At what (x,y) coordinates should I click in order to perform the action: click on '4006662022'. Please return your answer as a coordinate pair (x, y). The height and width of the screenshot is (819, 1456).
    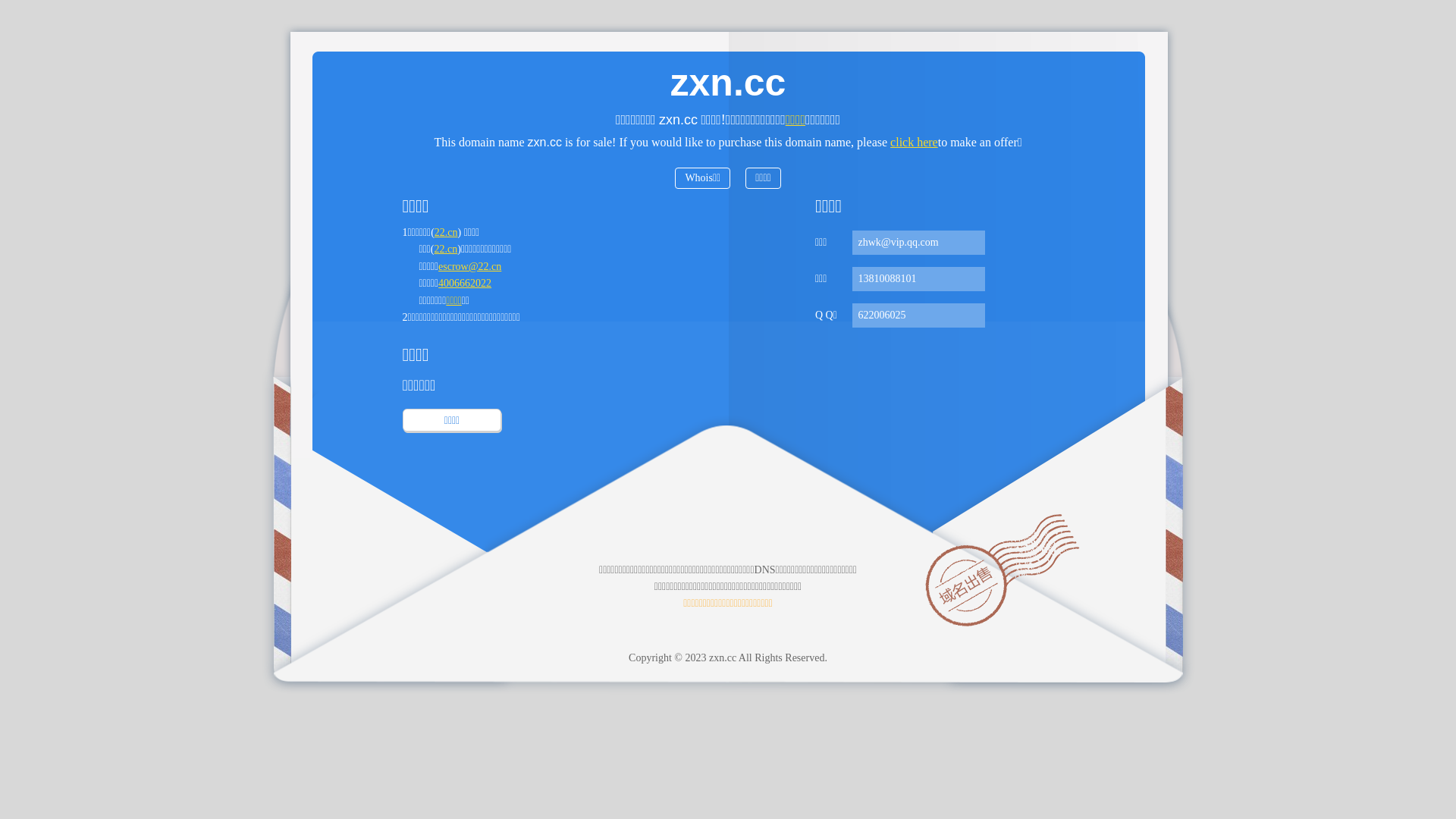
    Looking at the image, I should click on (464, 283).